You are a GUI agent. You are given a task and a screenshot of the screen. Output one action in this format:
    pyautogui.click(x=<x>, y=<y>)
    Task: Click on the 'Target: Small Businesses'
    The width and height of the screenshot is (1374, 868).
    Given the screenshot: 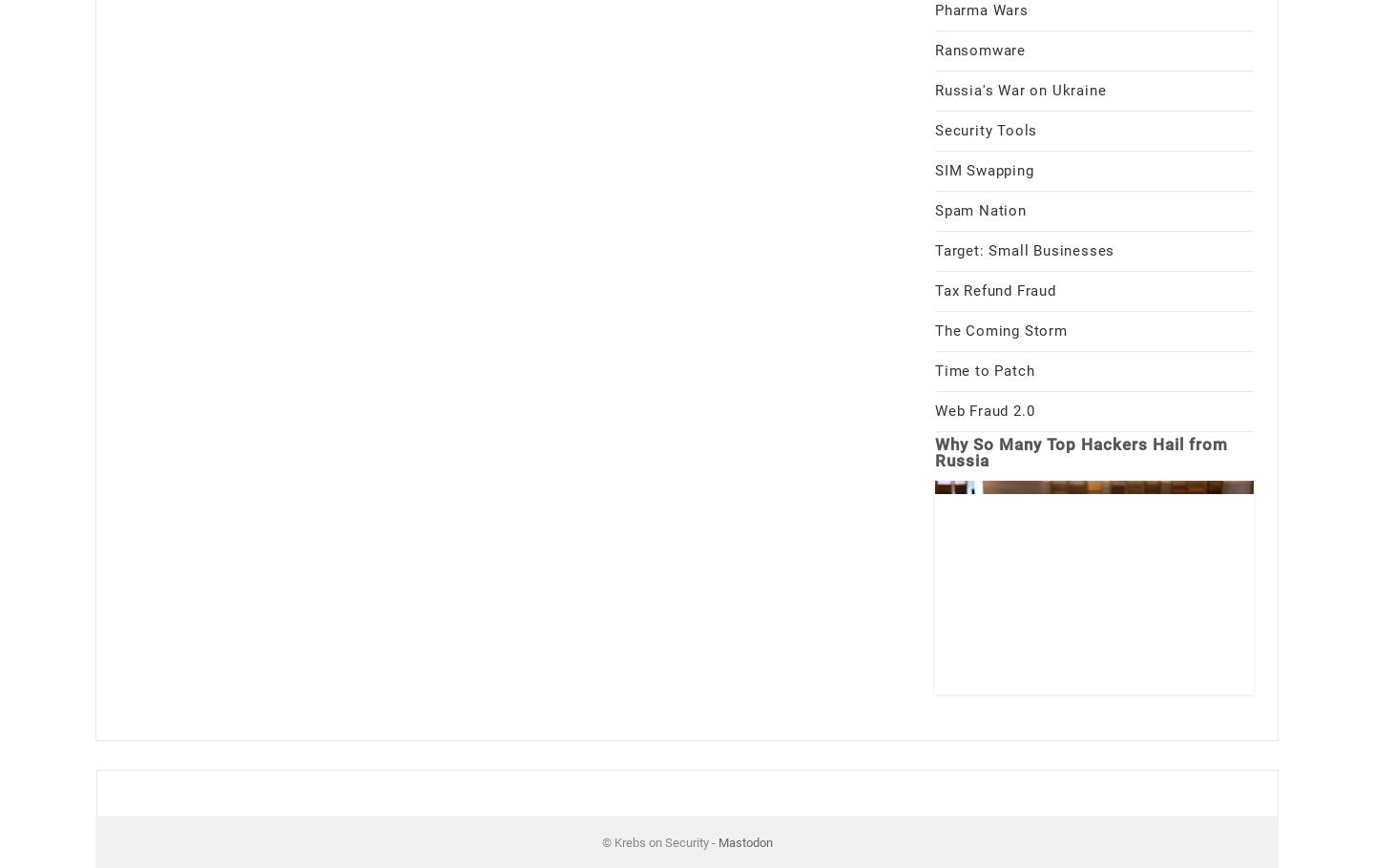 What is the action you would take?
    pyautogui.click(x=1024, y=248)
    